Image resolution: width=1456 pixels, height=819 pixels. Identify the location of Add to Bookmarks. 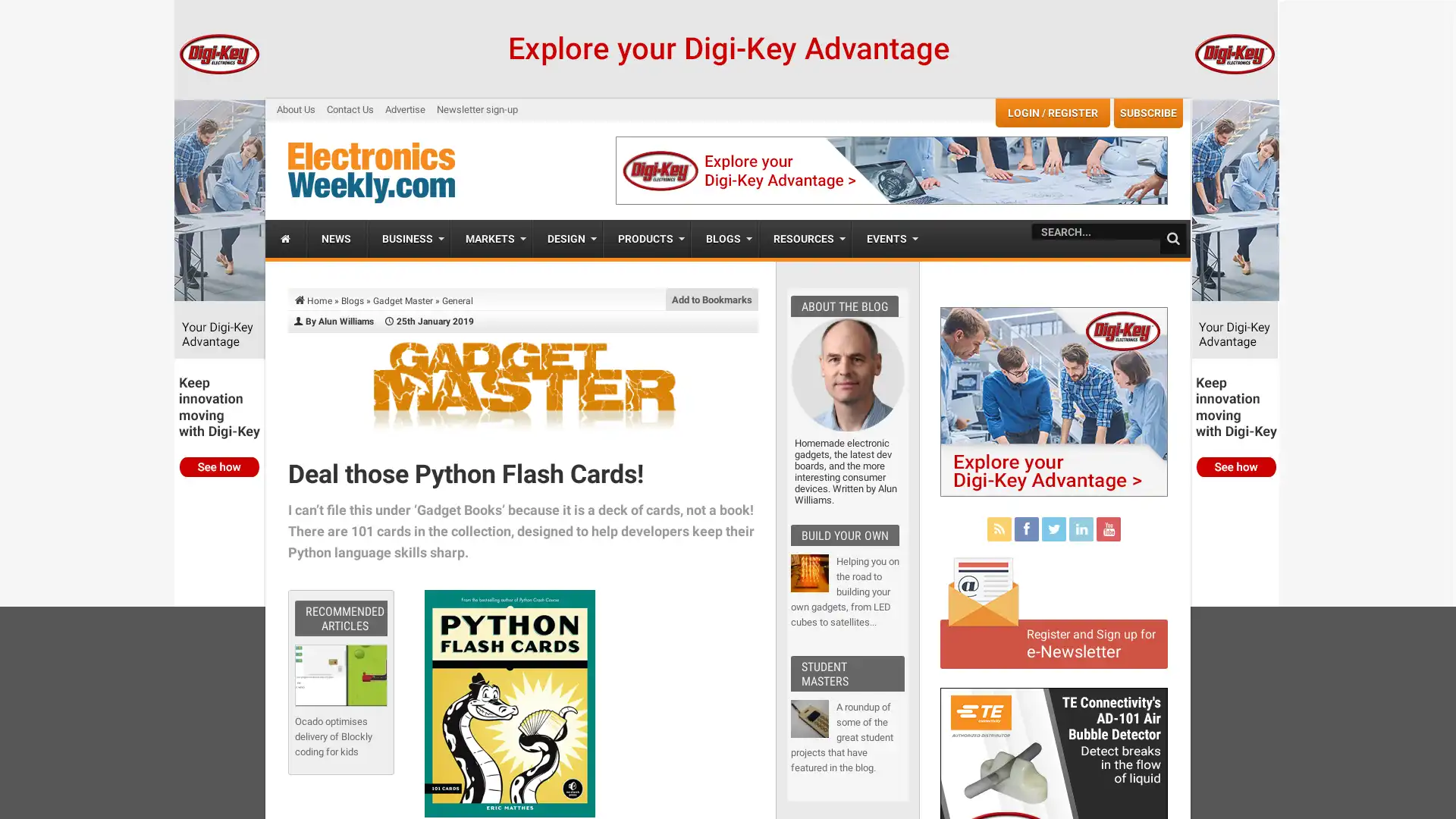
(711, 299).